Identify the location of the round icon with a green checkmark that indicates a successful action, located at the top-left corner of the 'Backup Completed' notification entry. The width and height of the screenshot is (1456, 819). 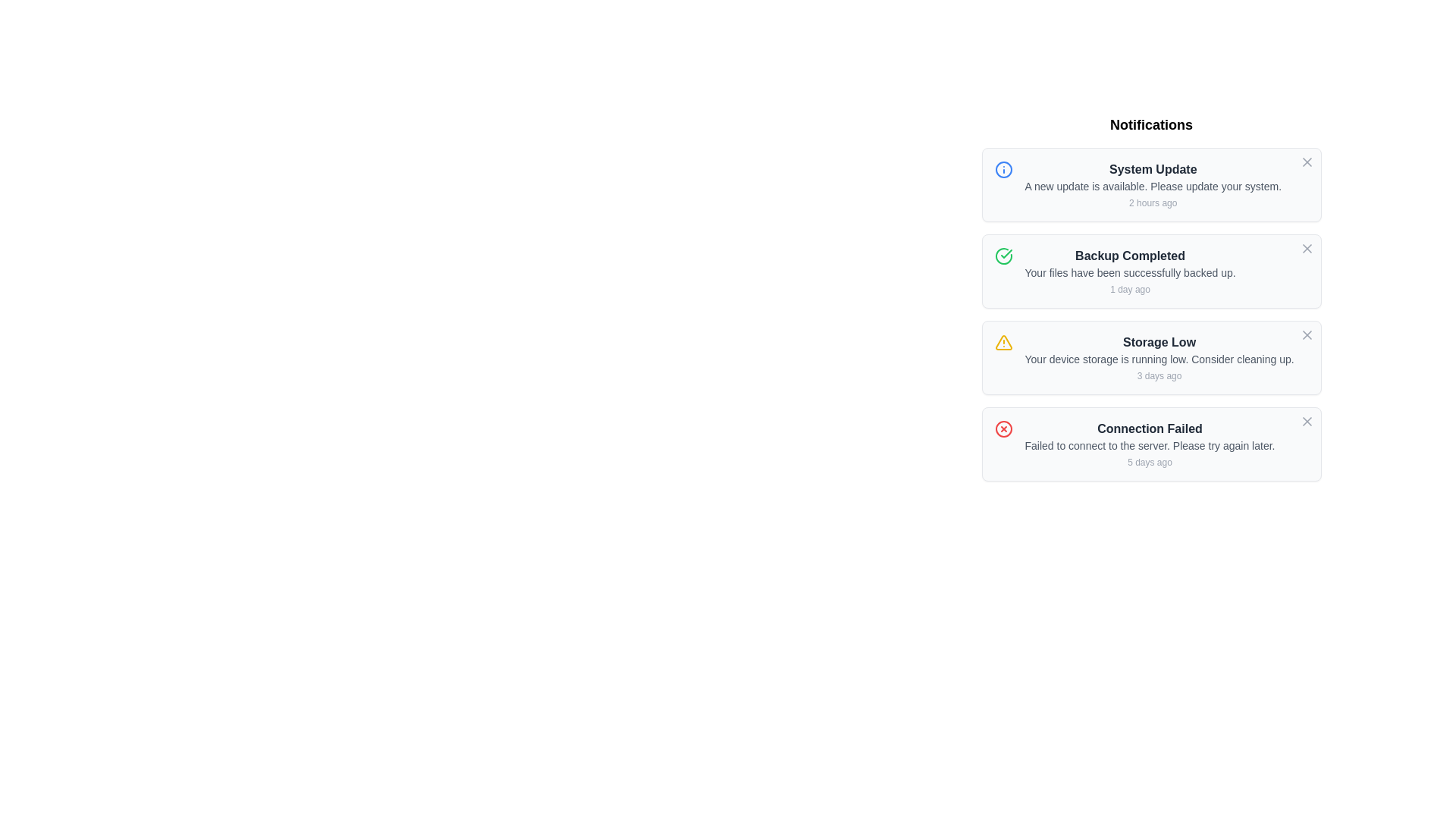
(1003, 256).